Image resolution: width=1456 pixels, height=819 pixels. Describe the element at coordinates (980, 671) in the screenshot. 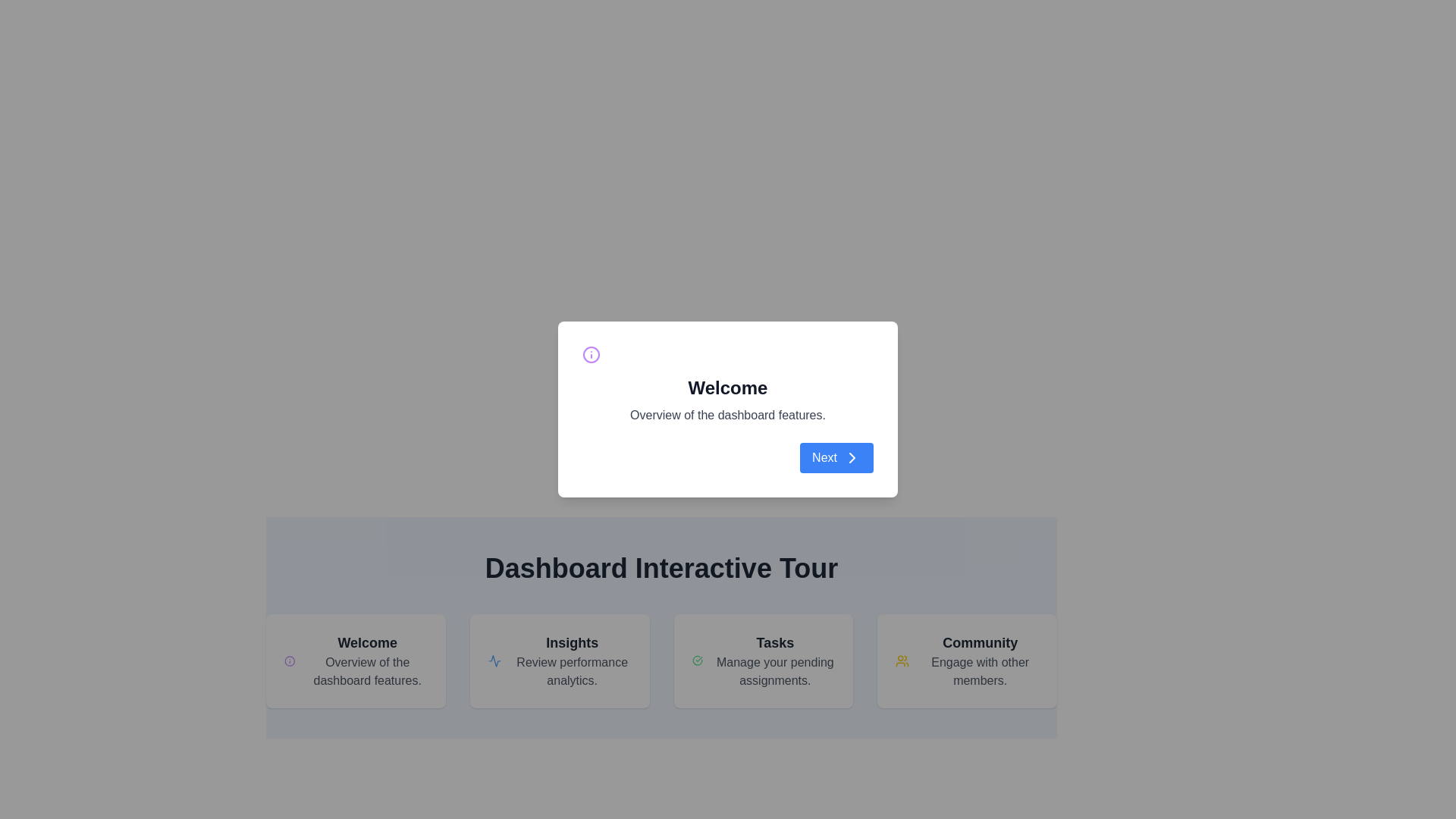

I see `the text label displaying 'Engage with other members.' located in the bottom portion of the 'Community' card` at that location.